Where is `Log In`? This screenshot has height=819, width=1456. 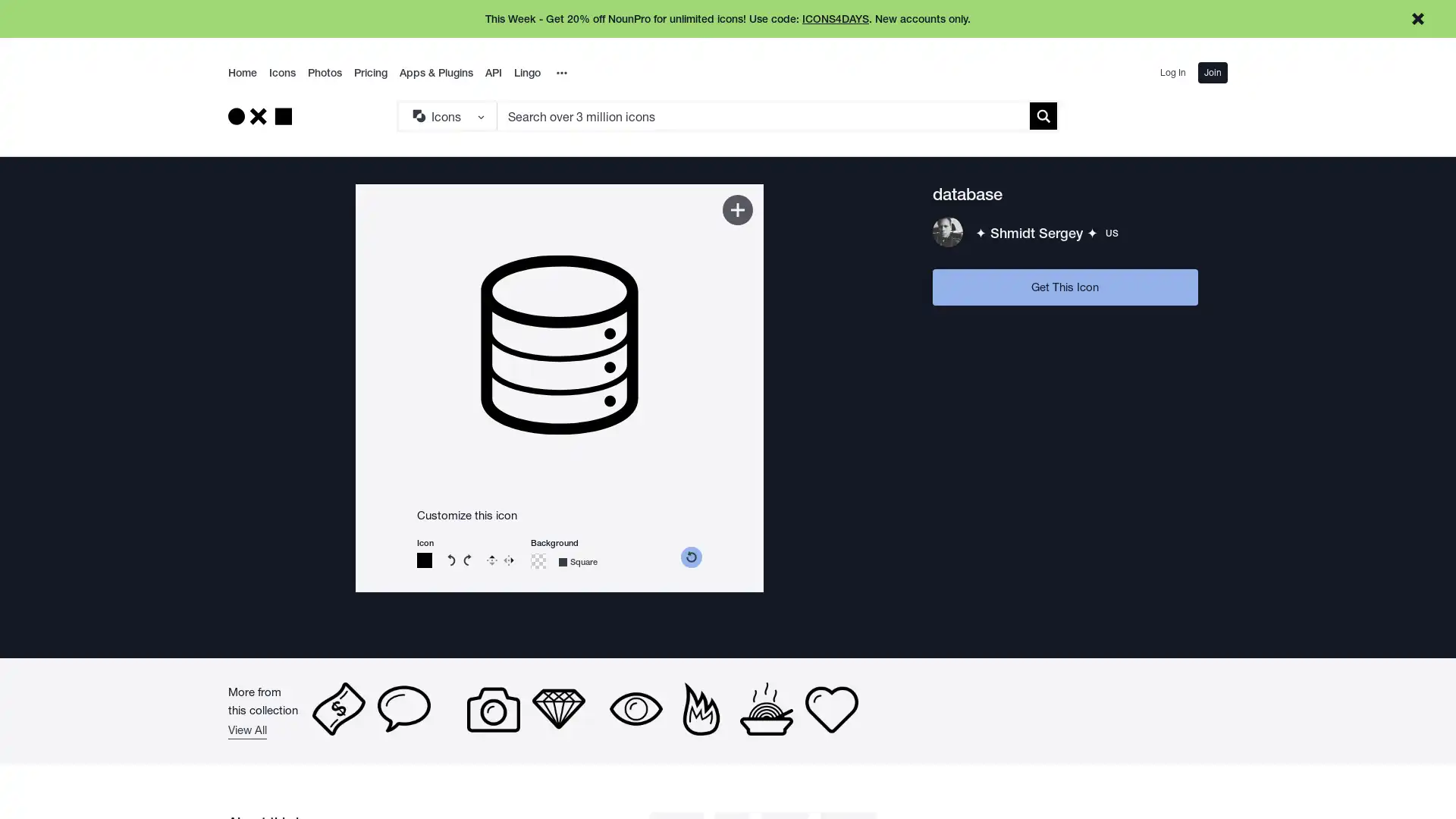 Log In is located at coordinates (1172, 73).